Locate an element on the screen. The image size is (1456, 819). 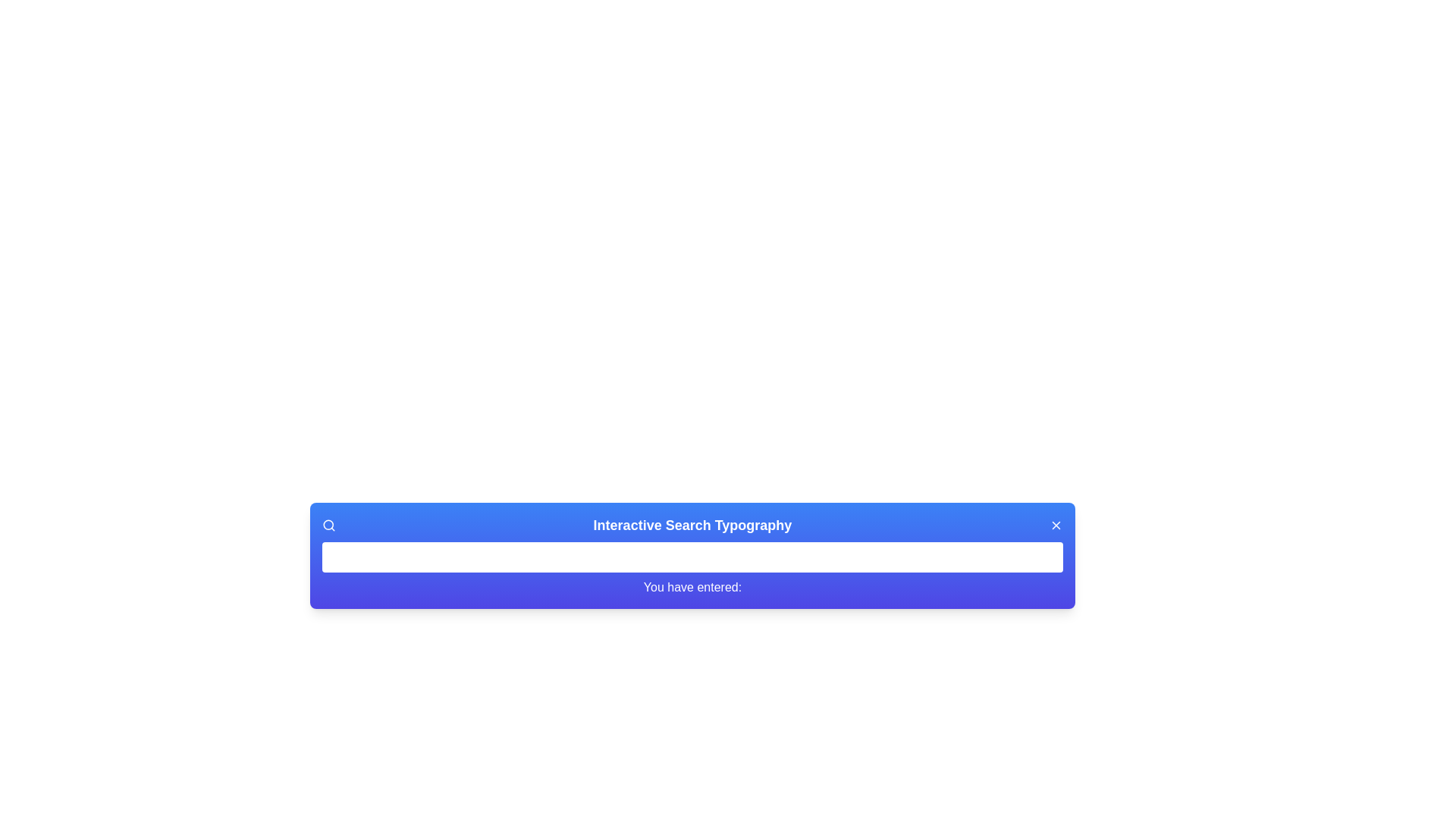
the text label displaying 'Interactive Search Typography' which is centered in the header with a gradient blue to indigo background is located at coordinates (692, 525).